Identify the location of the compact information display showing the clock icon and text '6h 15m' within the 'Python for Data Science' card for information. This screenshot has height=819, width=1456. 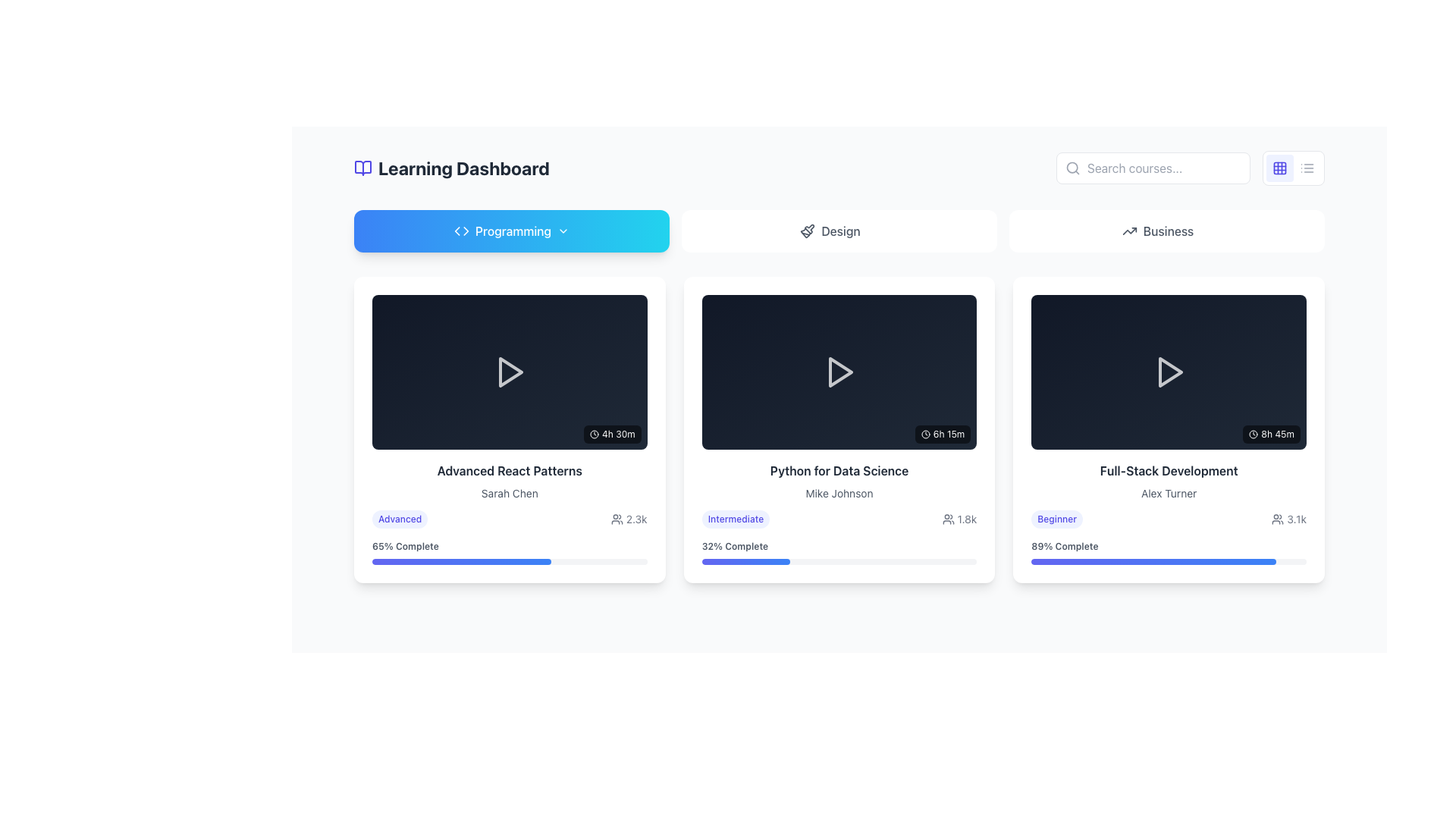
(942, 435).